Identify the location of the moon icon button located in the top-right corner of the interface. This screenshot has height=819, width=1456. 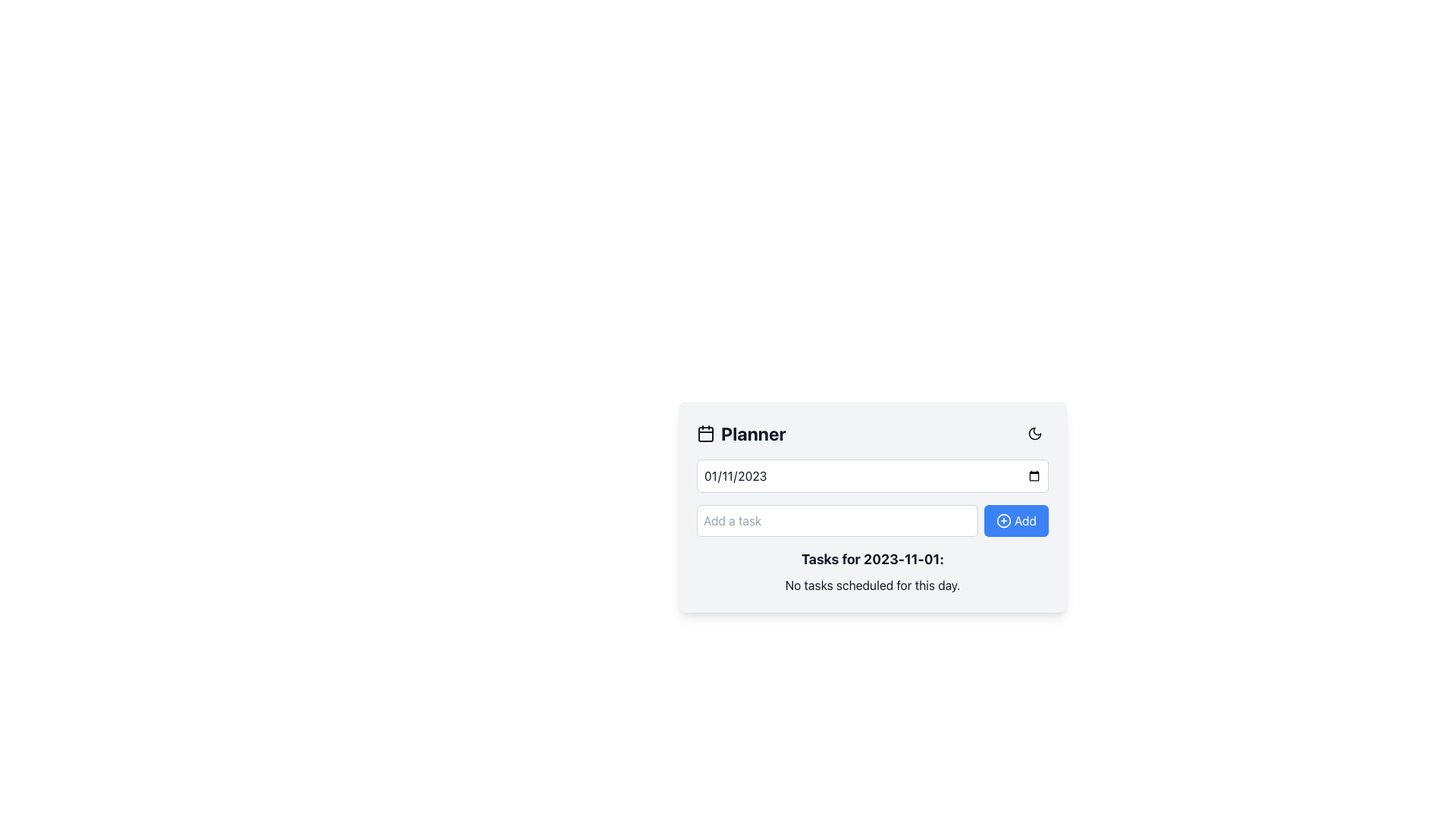
(1034, 433).